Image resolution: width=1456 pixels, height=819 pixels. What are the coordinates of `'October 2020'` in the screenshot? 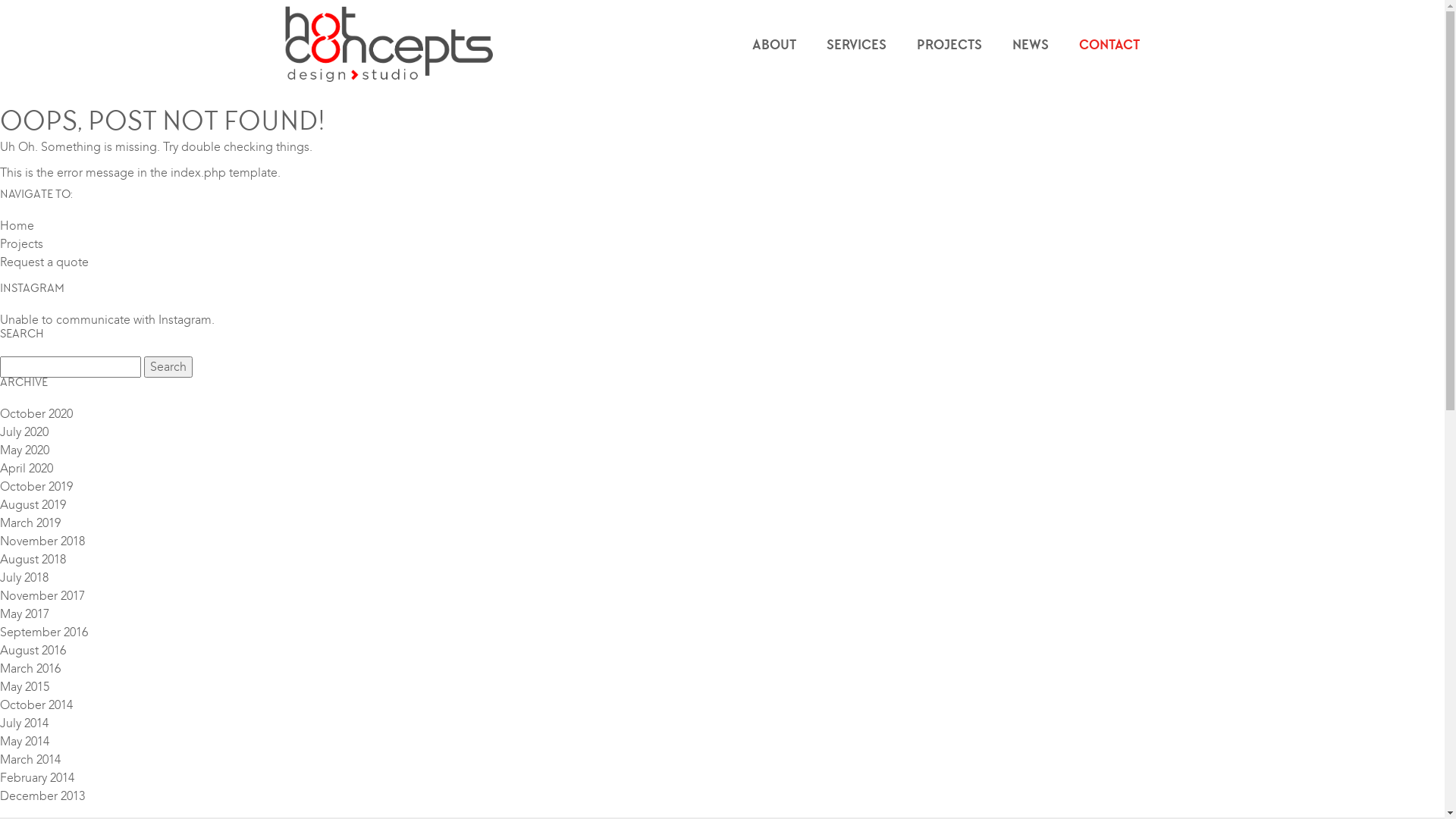 It's located at (0, 414).